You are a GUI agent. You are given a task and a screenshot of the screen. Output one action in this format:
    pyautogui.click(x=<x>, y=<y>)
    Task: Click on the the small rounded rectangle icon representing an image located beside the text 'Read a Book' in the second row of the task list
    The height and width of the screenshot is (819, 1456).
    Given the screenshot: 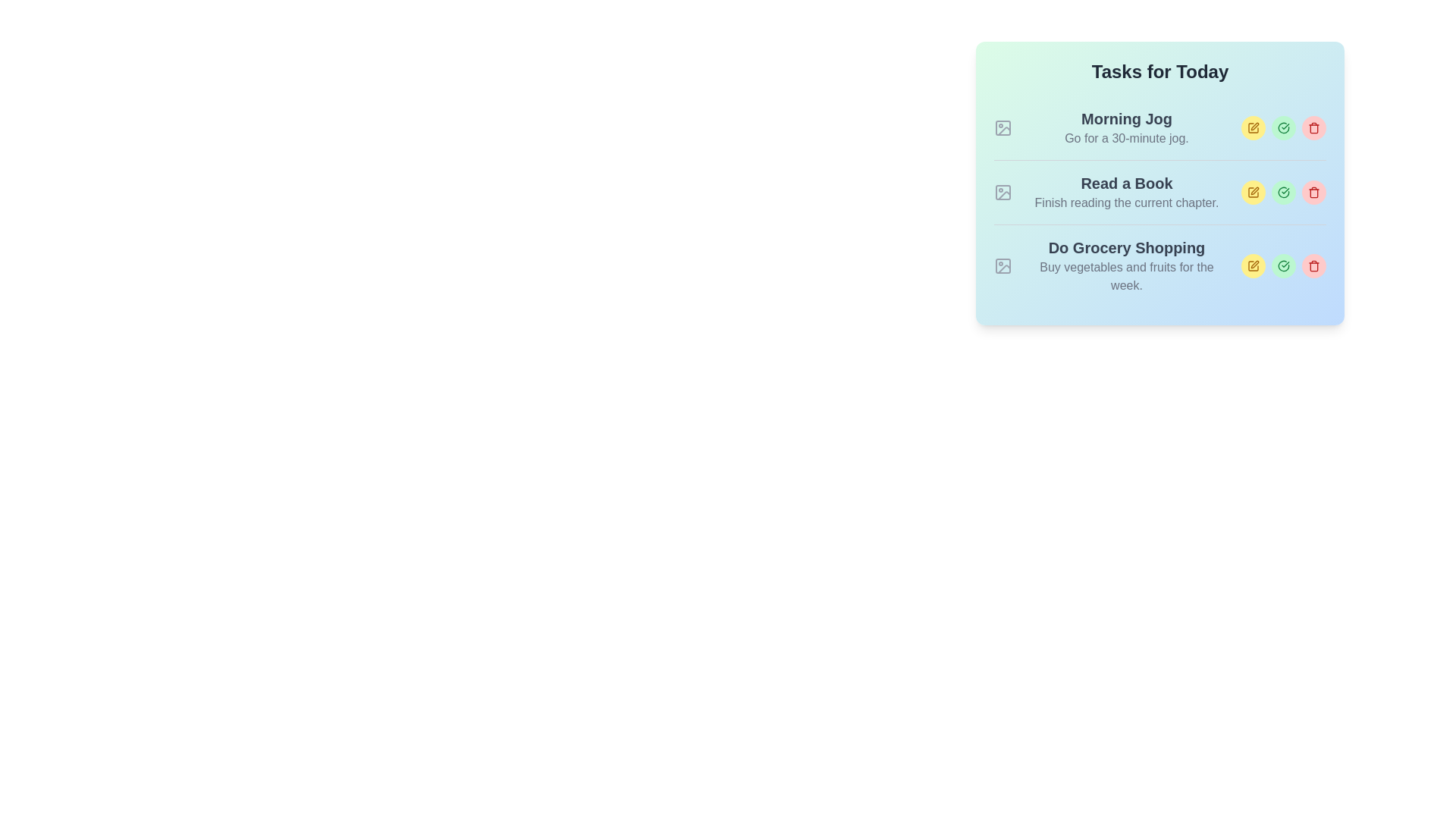 What is the action you would take?
    pyautogui.click(x=1003, y=192)
    